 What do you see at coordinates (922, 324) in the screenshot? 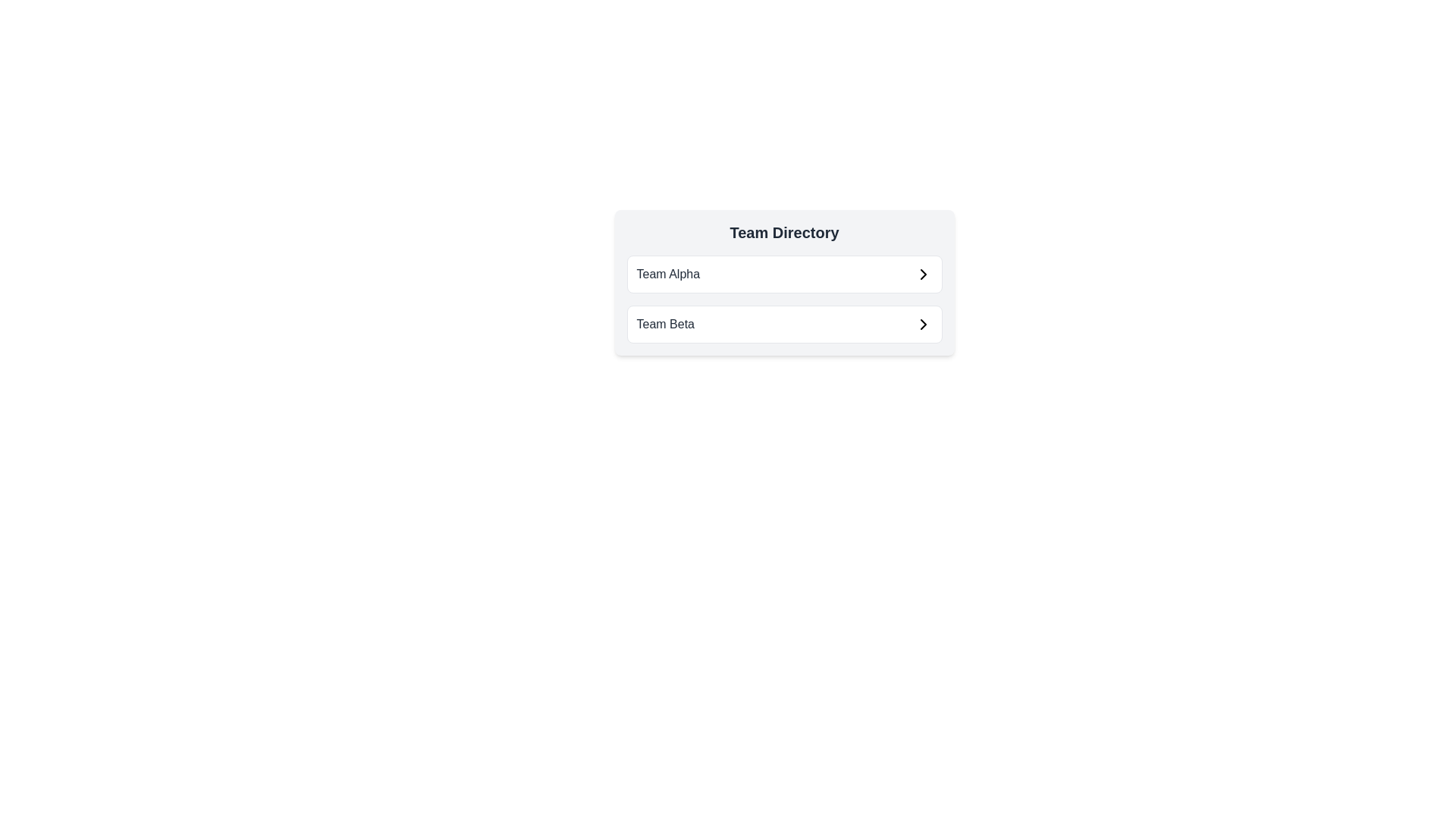
I see `the SVG-based chevron icon located in the second row of the 'Team Directory' section, aligned with the label 'Team Beta', to provide interaction feedback` at bounding box center [922, 324].